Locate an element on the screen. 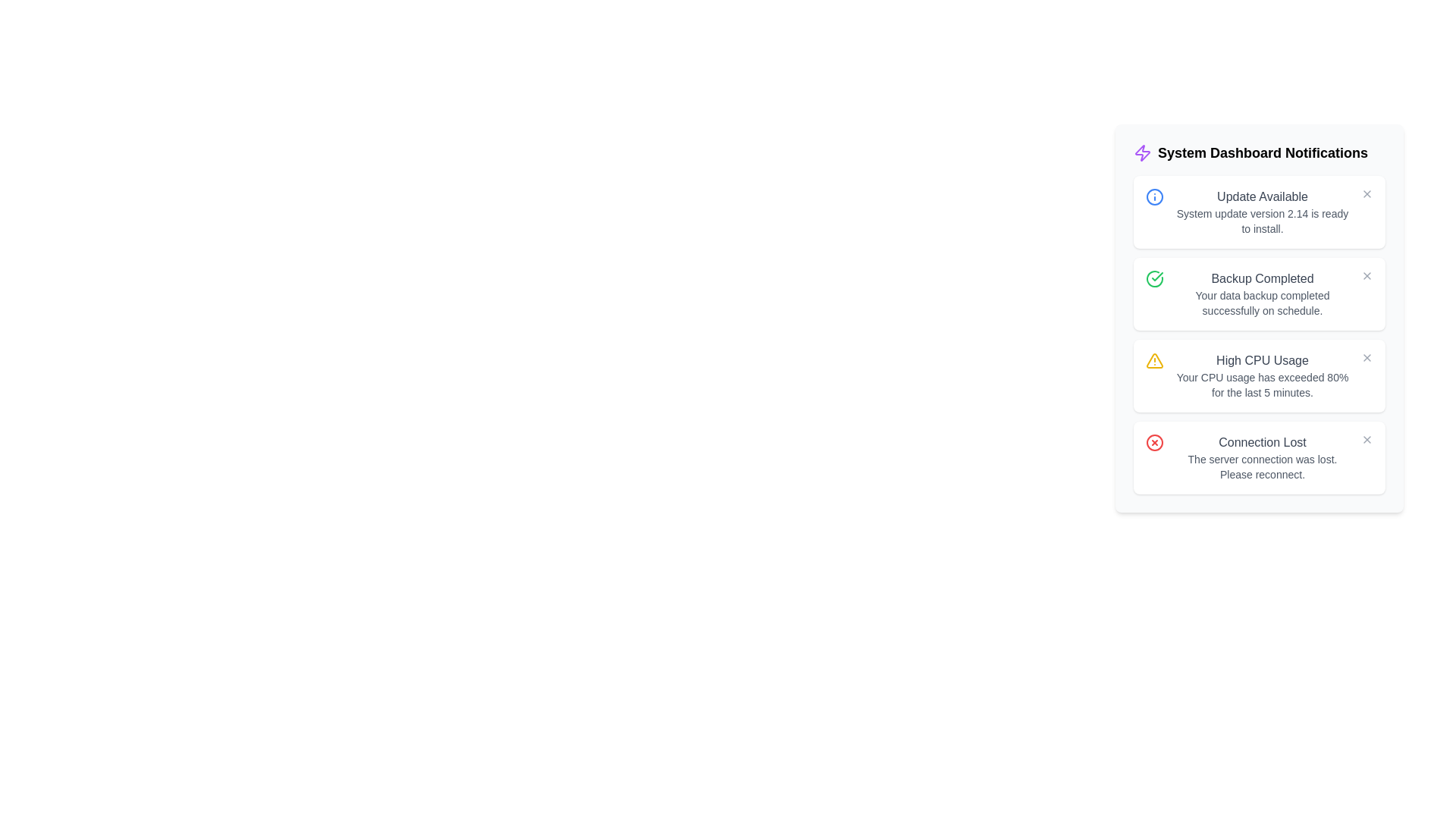  the small gray 'X' button located at the right end of the 'Update Available' notification card is located at coordinates (1367, 193).